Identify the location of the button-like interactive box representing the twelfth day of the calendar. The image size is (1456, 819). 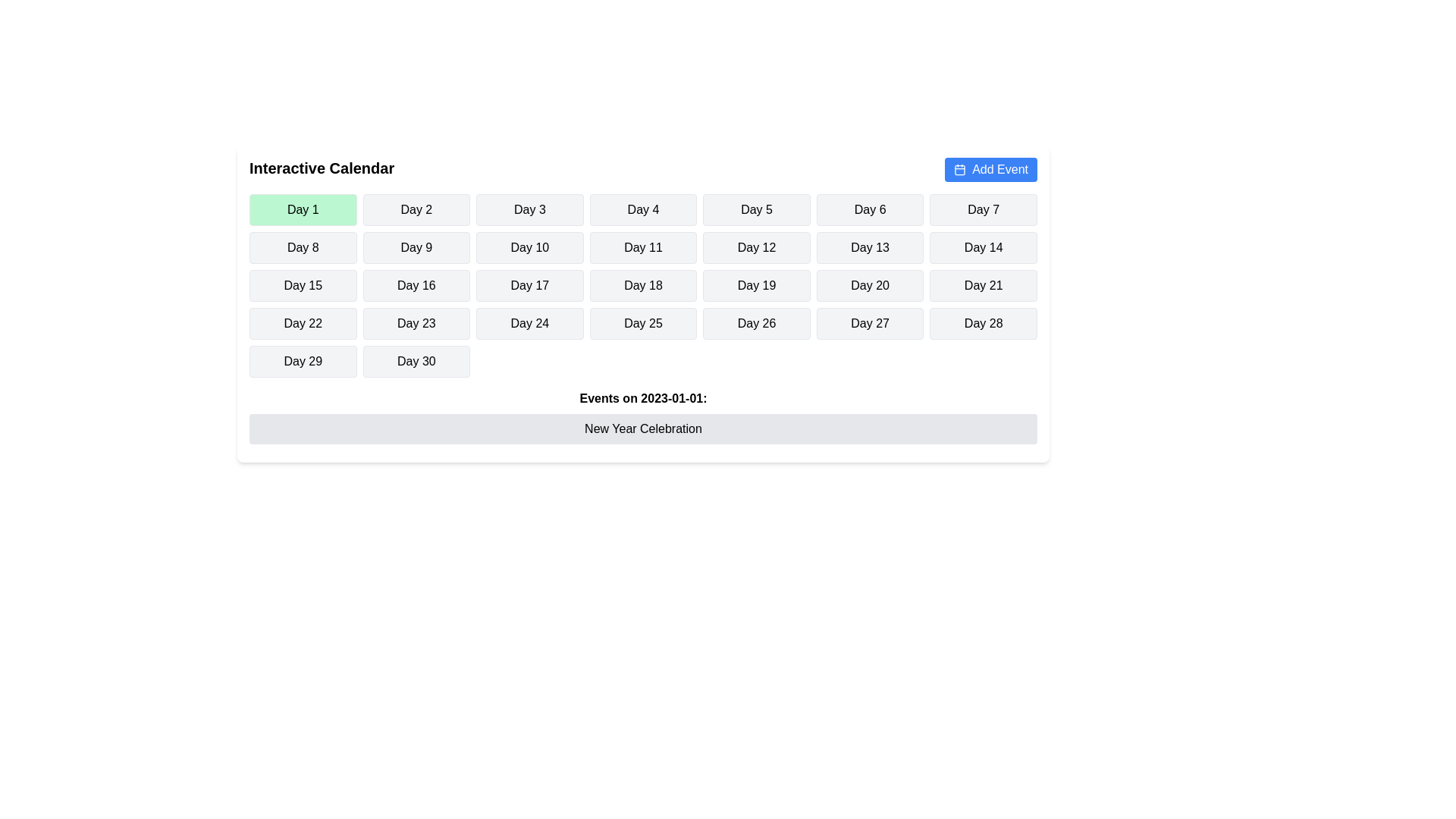
(757, 247).